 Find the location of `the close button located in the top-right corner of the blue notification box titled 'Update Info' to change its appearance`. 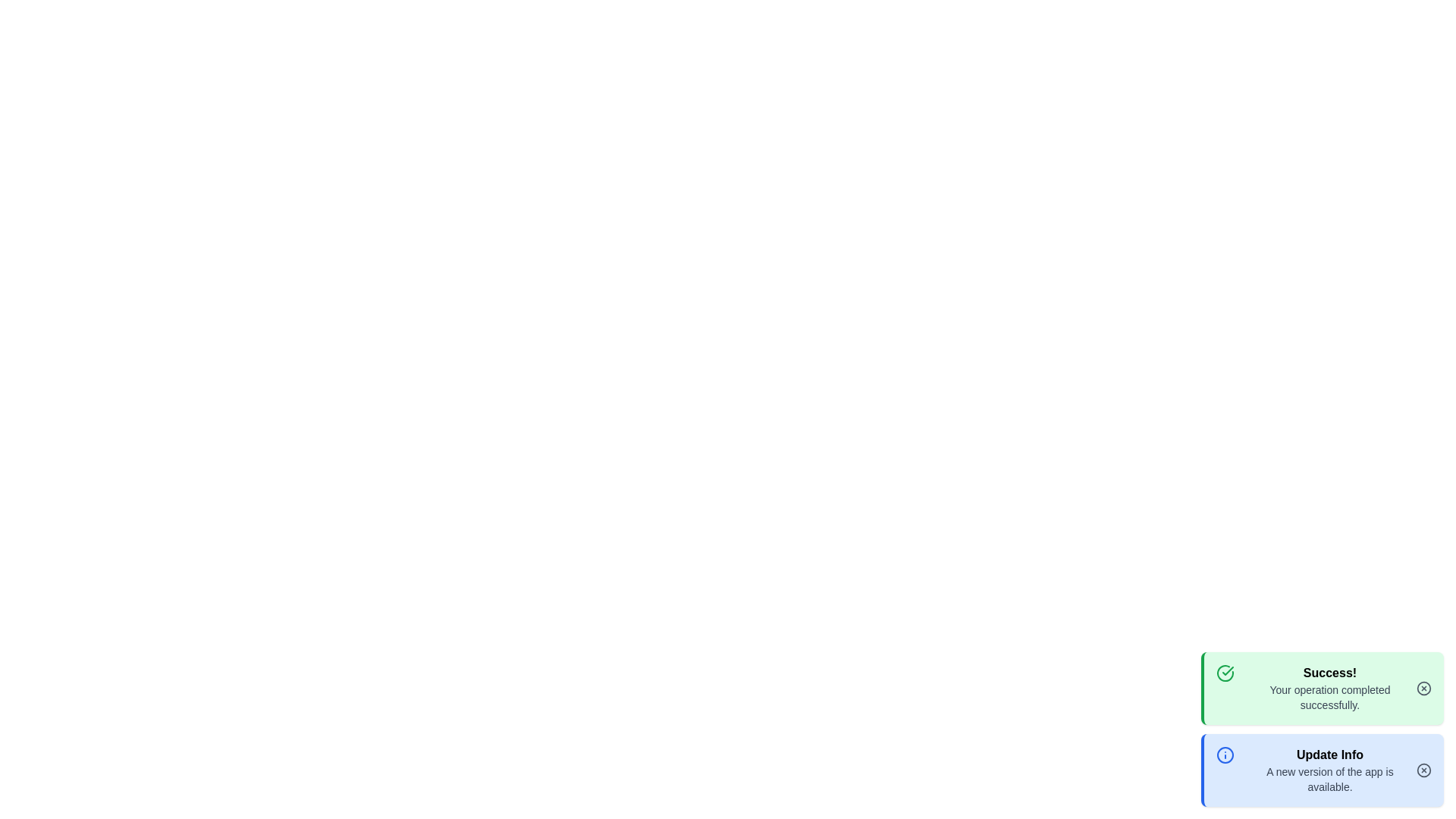

the close button located in the top-right corner of the blue notification box titled 'Update Info' to change its appearance is located at coordinates (1423, 770).